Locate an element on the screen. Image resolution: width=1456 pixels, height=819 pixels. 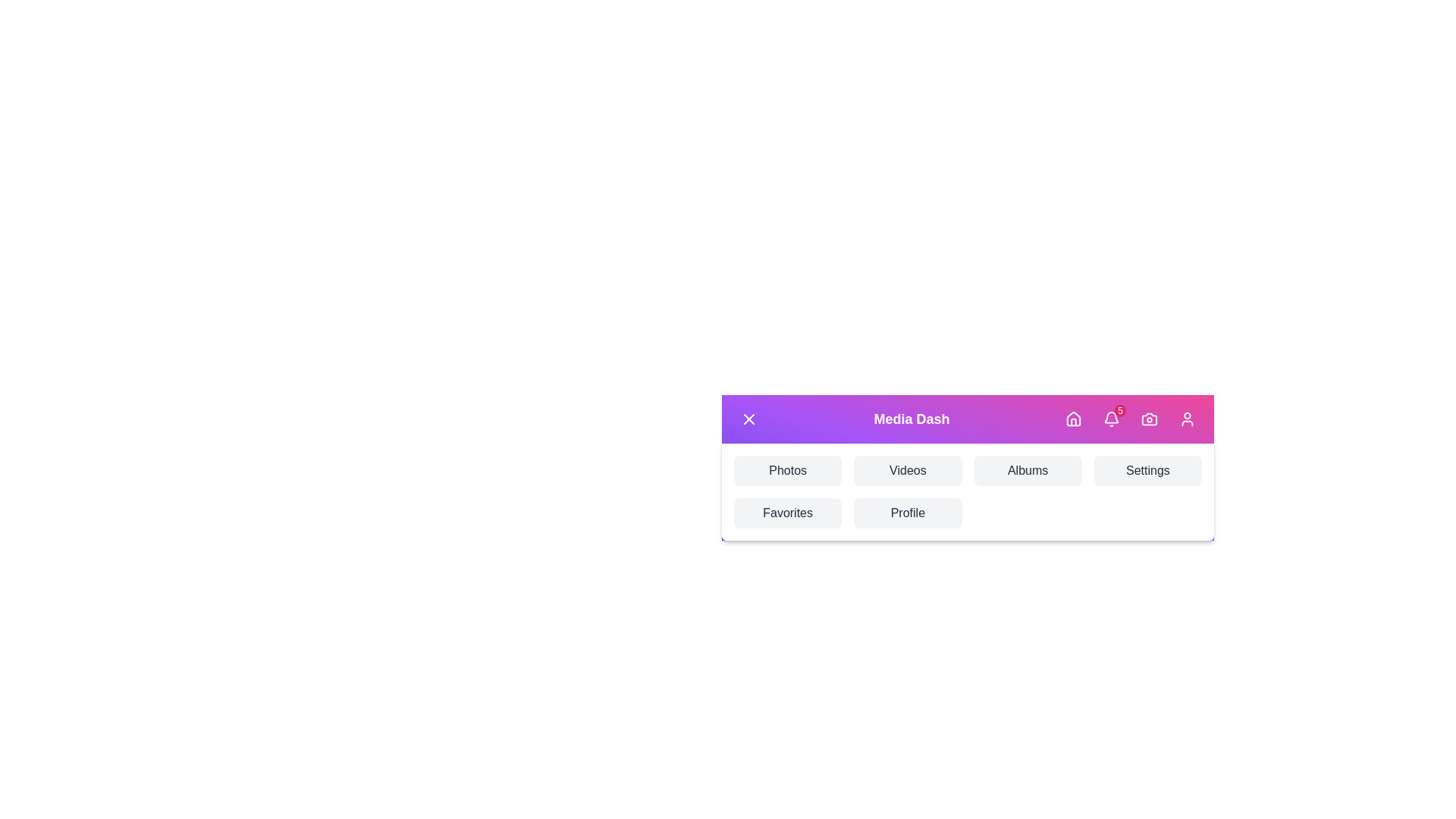
the navigation button labeled Photos to navigate to the respective section is located at coordinates (788, 470).